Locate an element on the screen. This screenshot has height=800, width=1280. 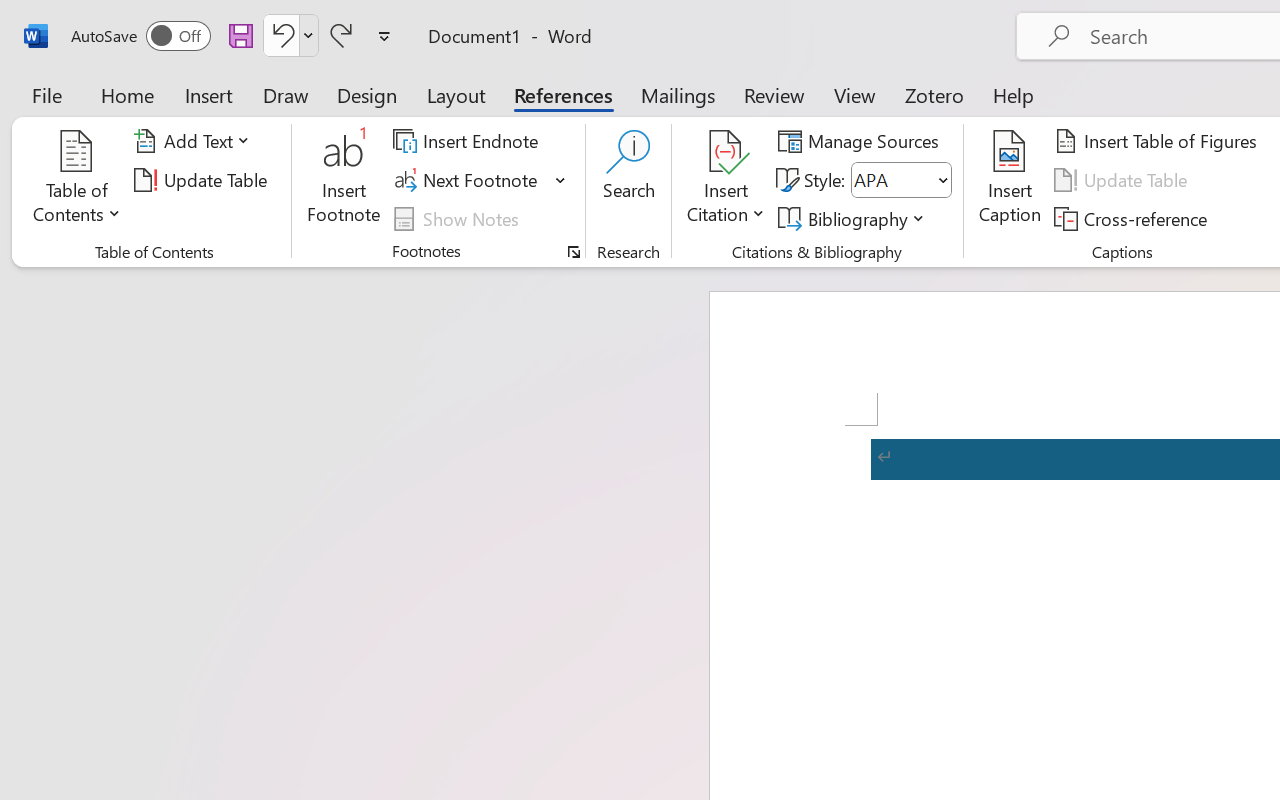
'Style' is located at coordinates (891, 178).